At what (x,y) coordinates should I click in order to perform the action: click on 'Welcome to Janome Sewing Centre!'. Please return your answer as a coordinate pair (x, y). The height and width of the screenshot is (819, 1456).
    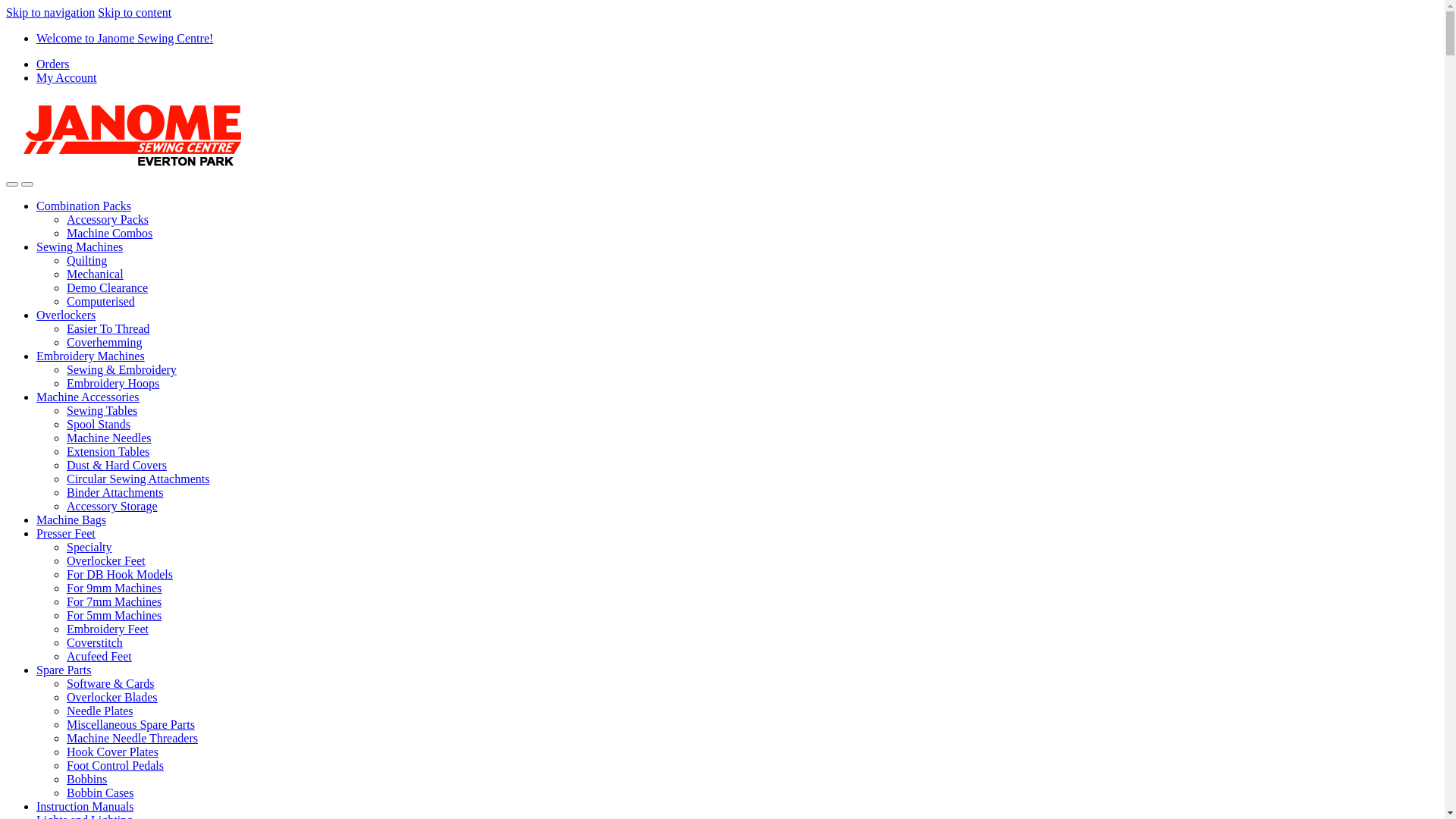
    Looking at the image, I should click on (36, 37).